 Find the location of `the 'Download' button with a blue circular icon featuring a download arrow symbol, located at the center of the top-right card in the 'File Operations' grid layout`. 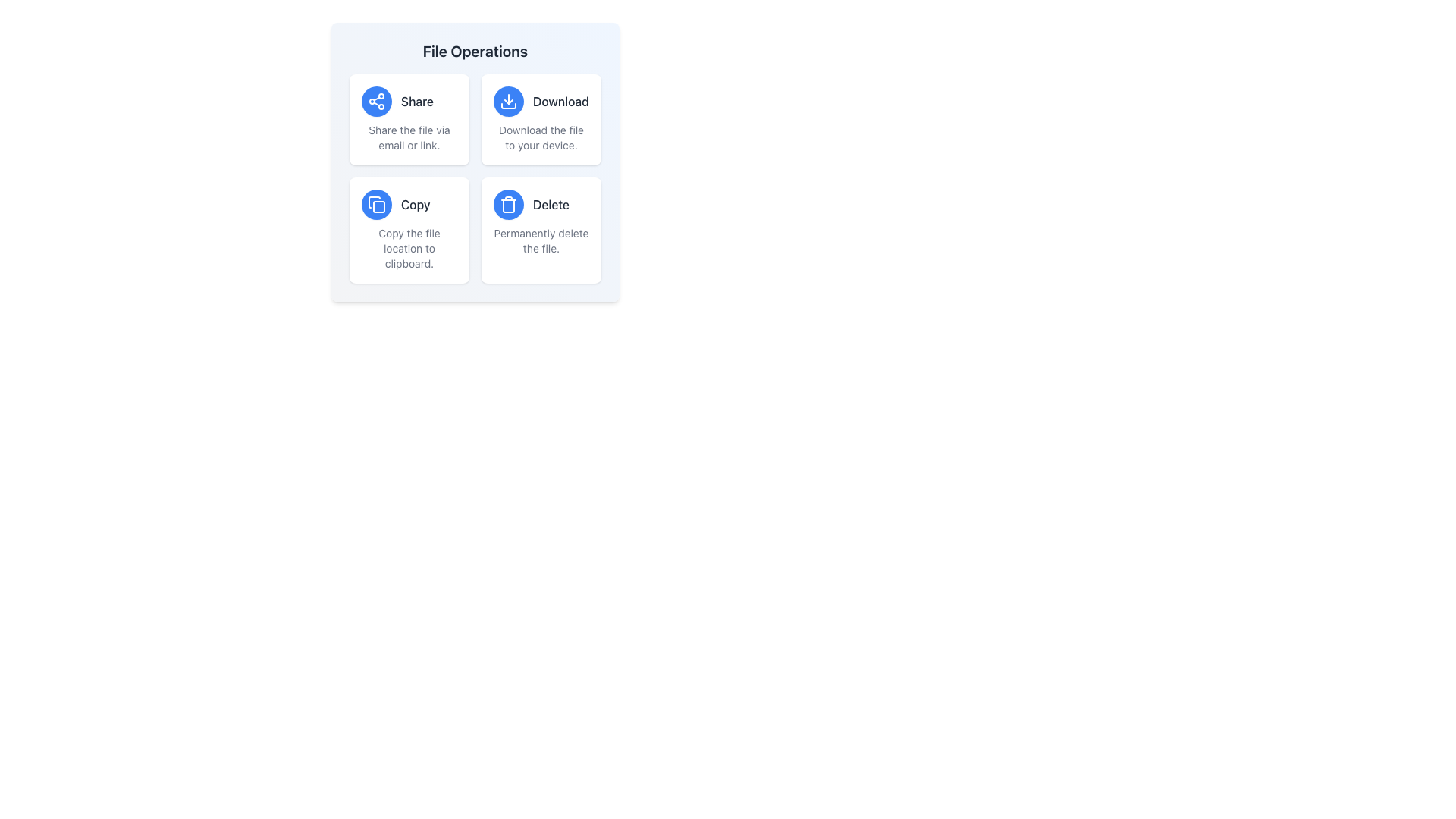

the 'Download' button with a blue circular icon featuring a download arrow symbol, located at the center of the top-right card in the 'File Operations' grid layout is located at coordinates (541, 102).